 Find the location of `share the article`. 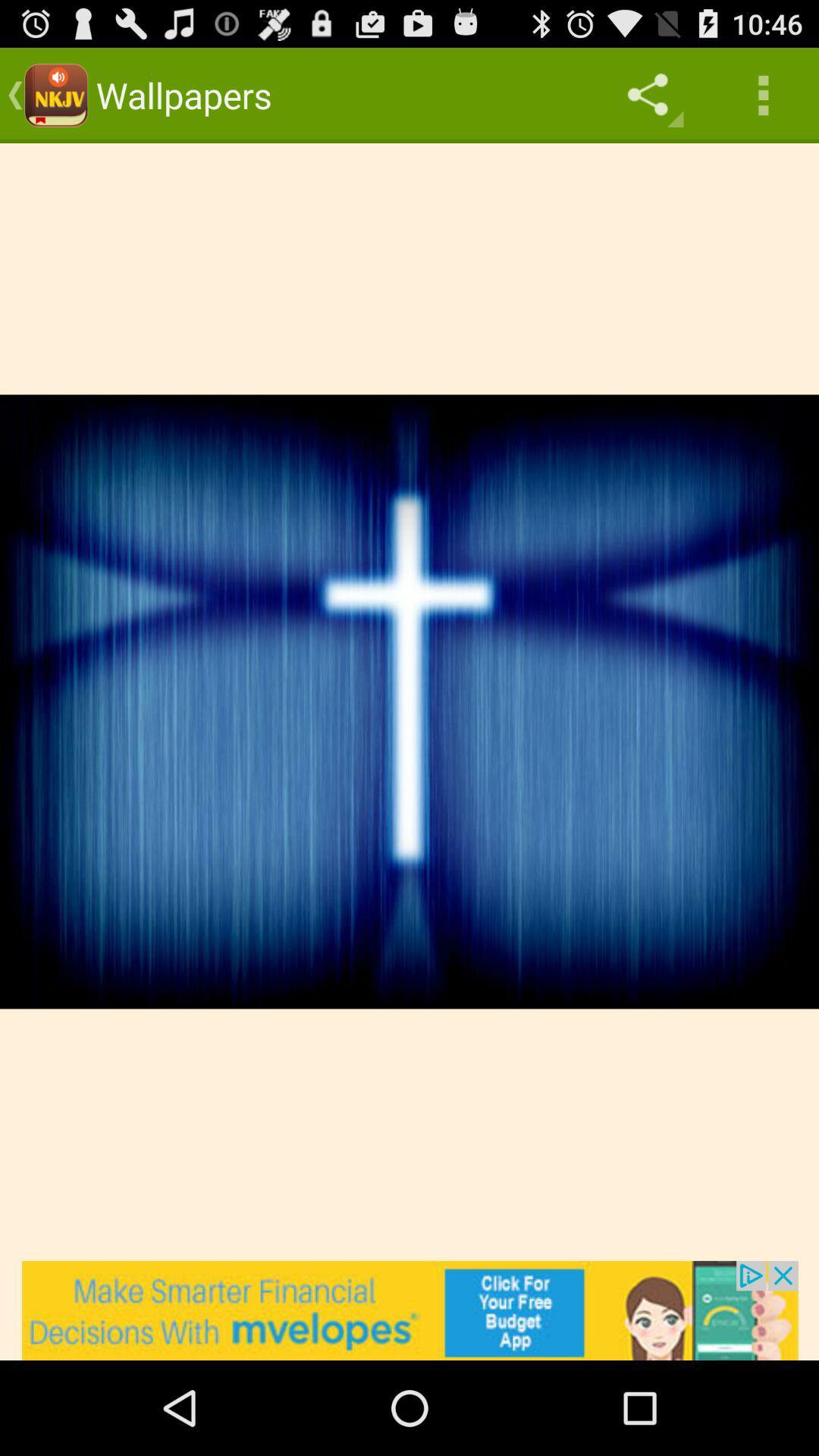

share the article is located at coordinates (409, 1310).